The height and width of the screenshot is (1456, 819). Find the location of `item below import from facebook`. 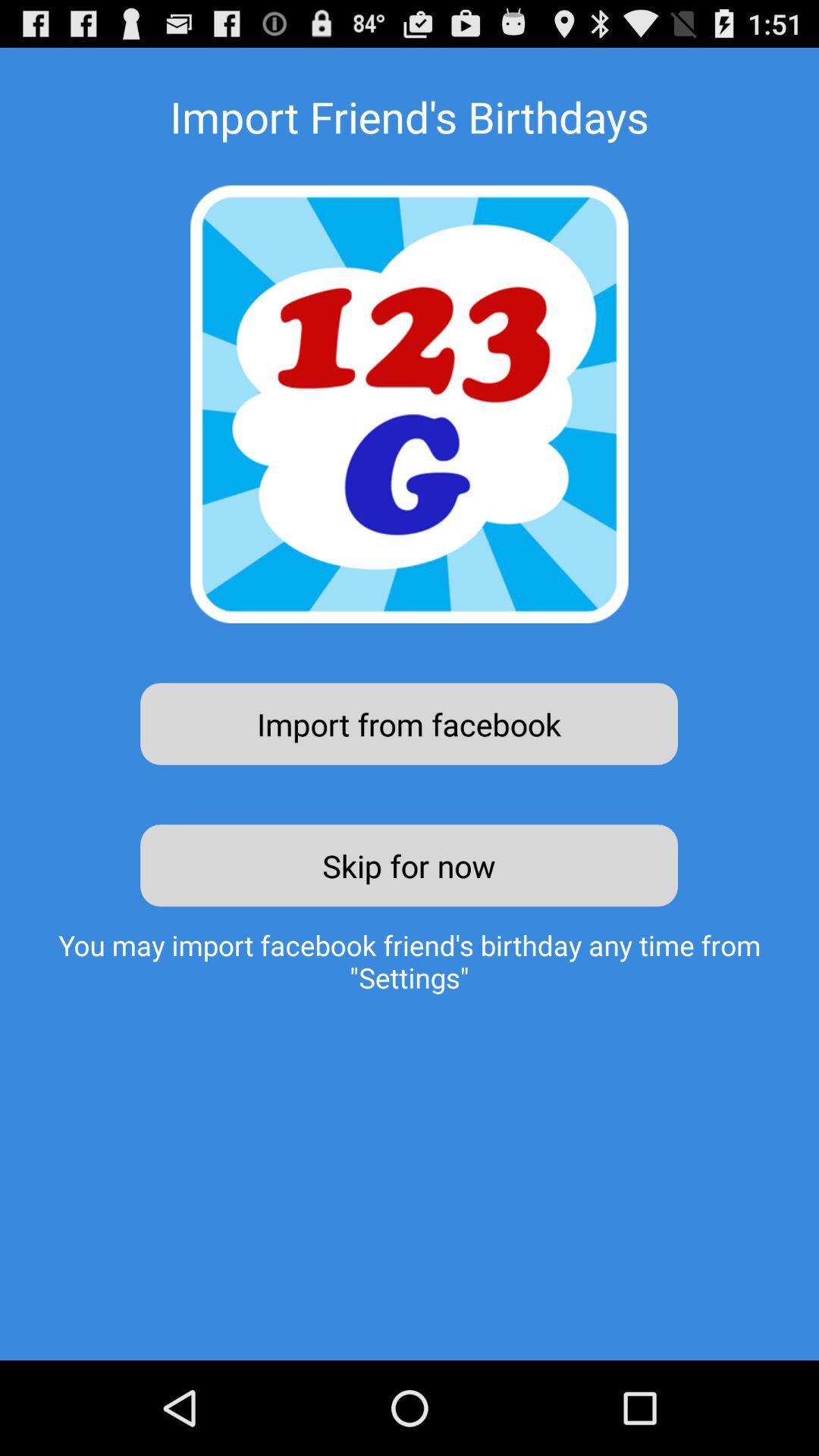

item below import from facebook is located at coordinates (408, 865).